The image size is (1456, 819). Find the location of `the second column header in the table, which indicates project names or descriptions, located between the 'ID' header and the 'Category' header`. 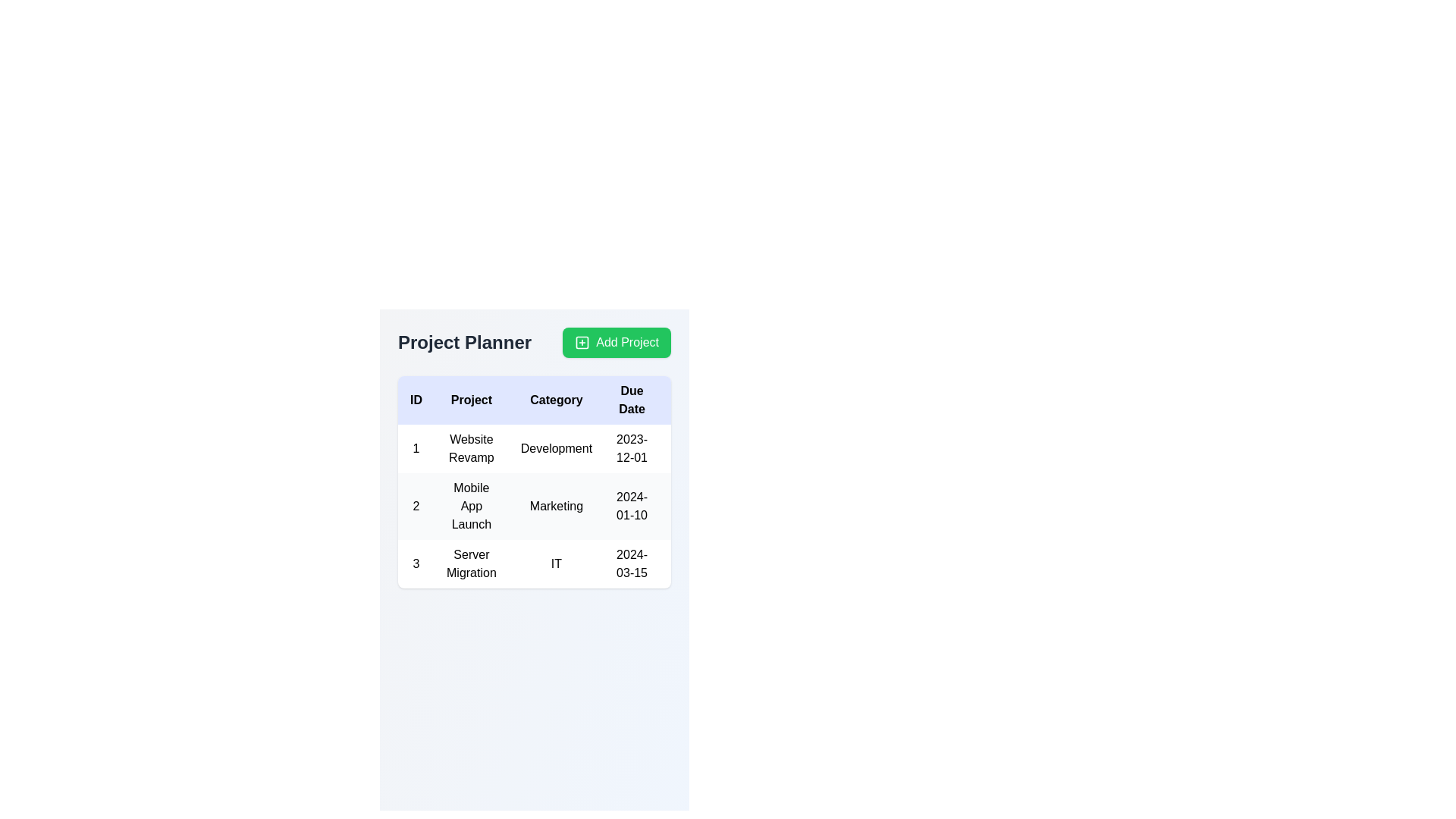

the second column header in the table, which indicates project names or descriptions, located between the 'ID' header and the 'Category' header is located at coordinates (470, 400).